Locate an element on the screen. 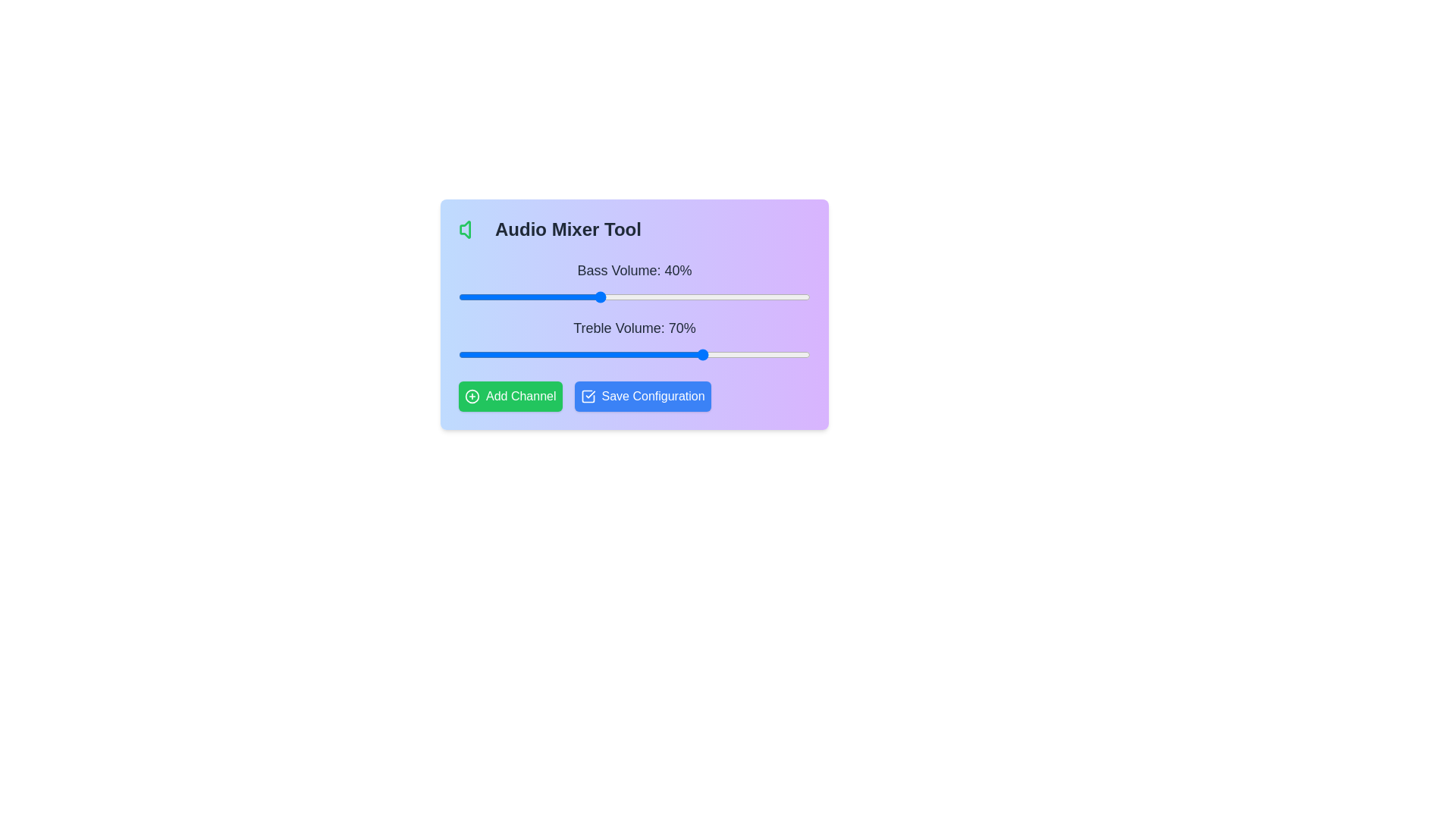 The image size is (1456, 819). the decorative circular SVG icon located within the 'Add Channel' button in the lower-left area of the Audio Mixer Tool interface is located at coordinates (472, 396).